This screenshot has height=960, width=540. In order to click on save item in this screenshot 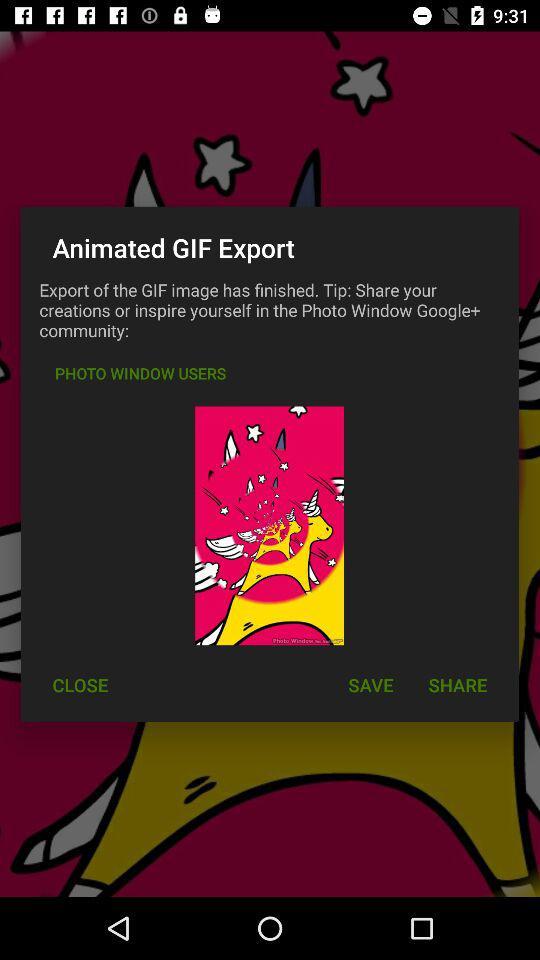, I will do `click(369, 685)`.